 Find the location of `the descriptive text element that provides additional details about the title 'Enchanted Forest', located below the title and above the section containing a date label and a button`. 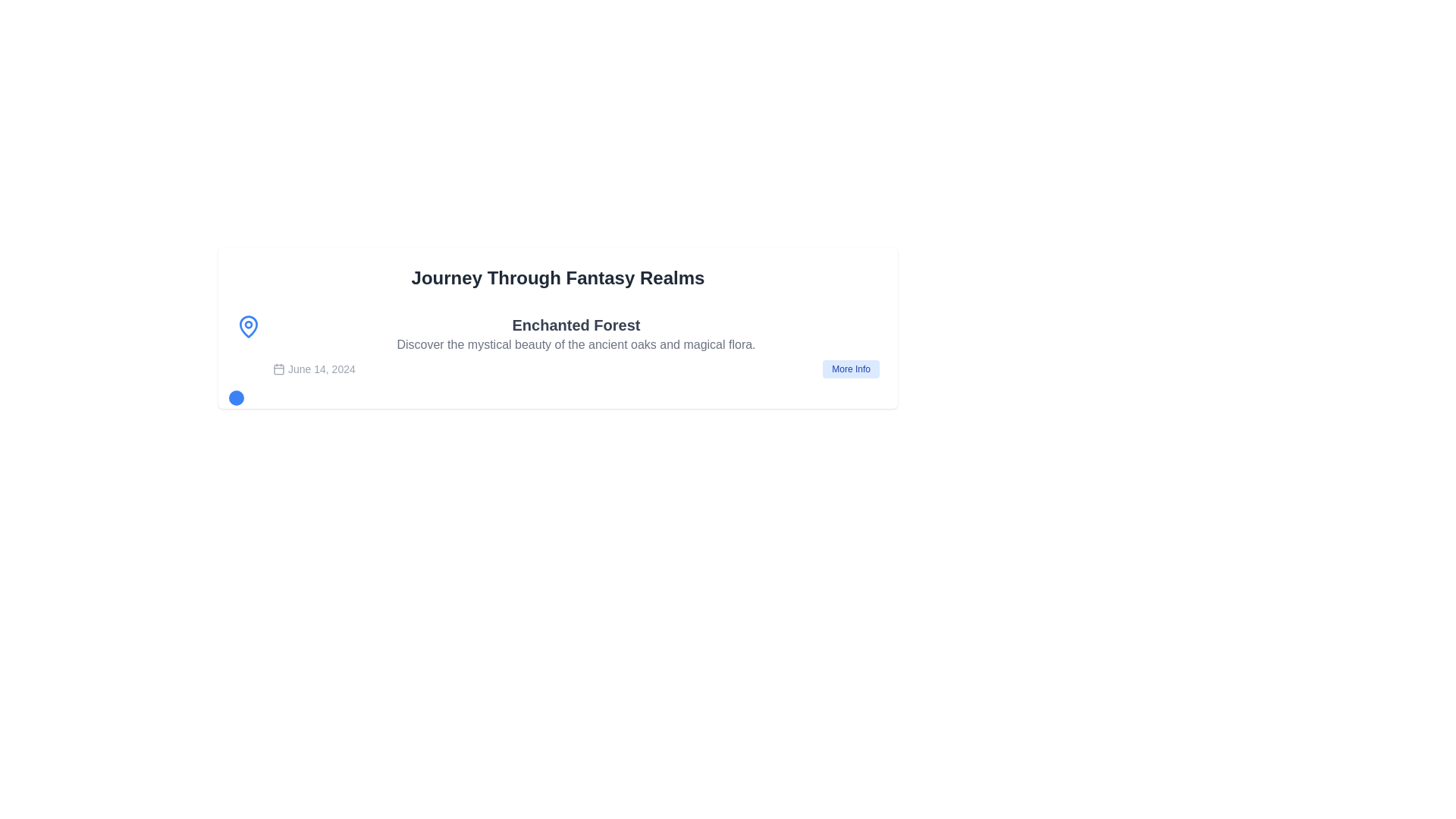

the descriptive text element that provides additional details about the title 'Enchanted Forest', located below the title and above the section containing a date label and a button is located at coordinates (575, 345).